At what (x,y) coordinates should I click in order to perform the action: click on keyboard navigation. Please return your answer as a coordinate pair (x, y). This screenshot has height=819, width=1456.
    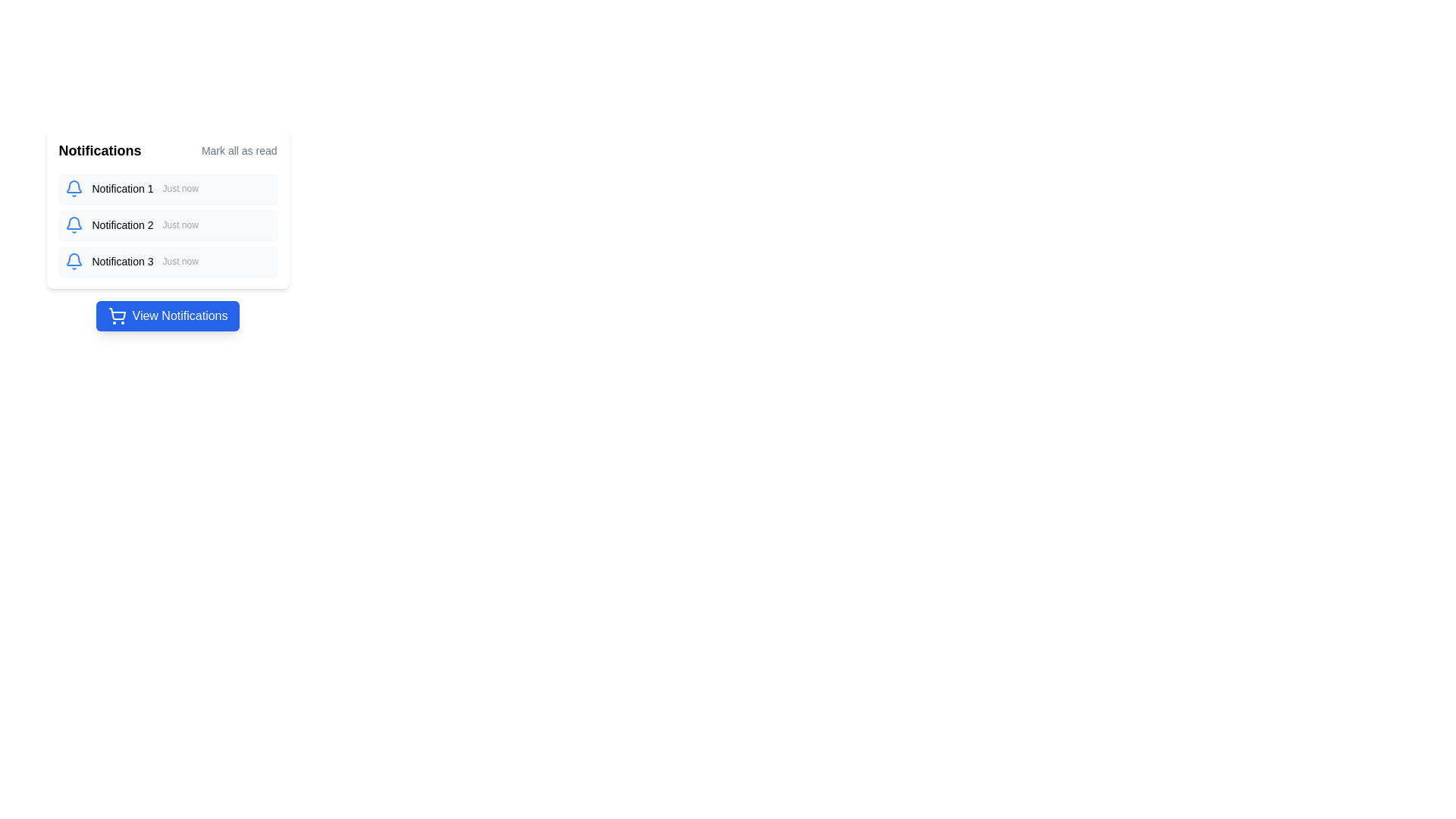
    Looking at the image, I should click on (168, 315).